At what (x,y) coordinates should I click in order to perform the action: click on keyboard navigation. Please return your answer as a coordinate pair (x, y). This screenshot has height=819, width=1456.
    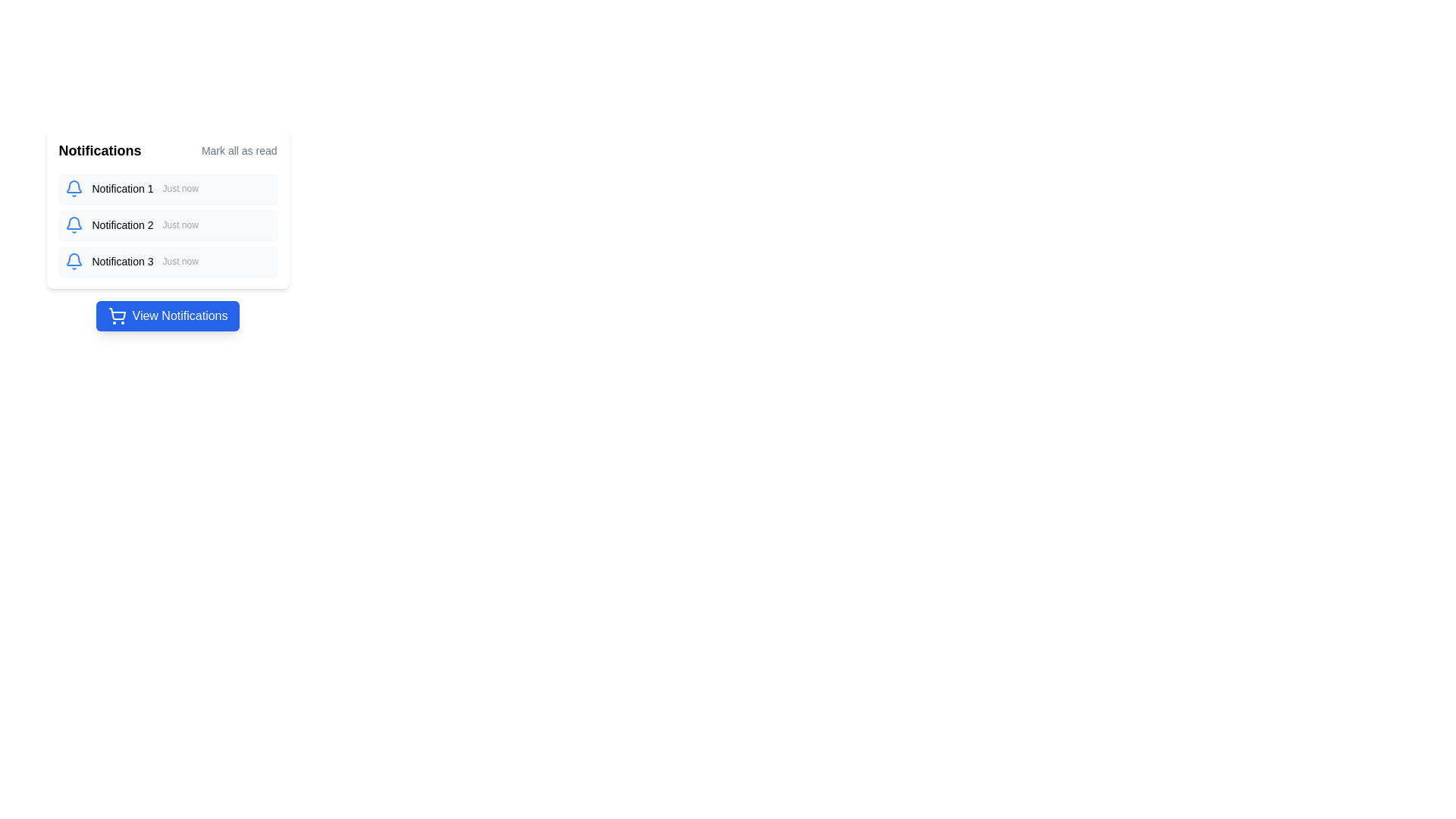
    Looking at the image, I should click on (168, 315).